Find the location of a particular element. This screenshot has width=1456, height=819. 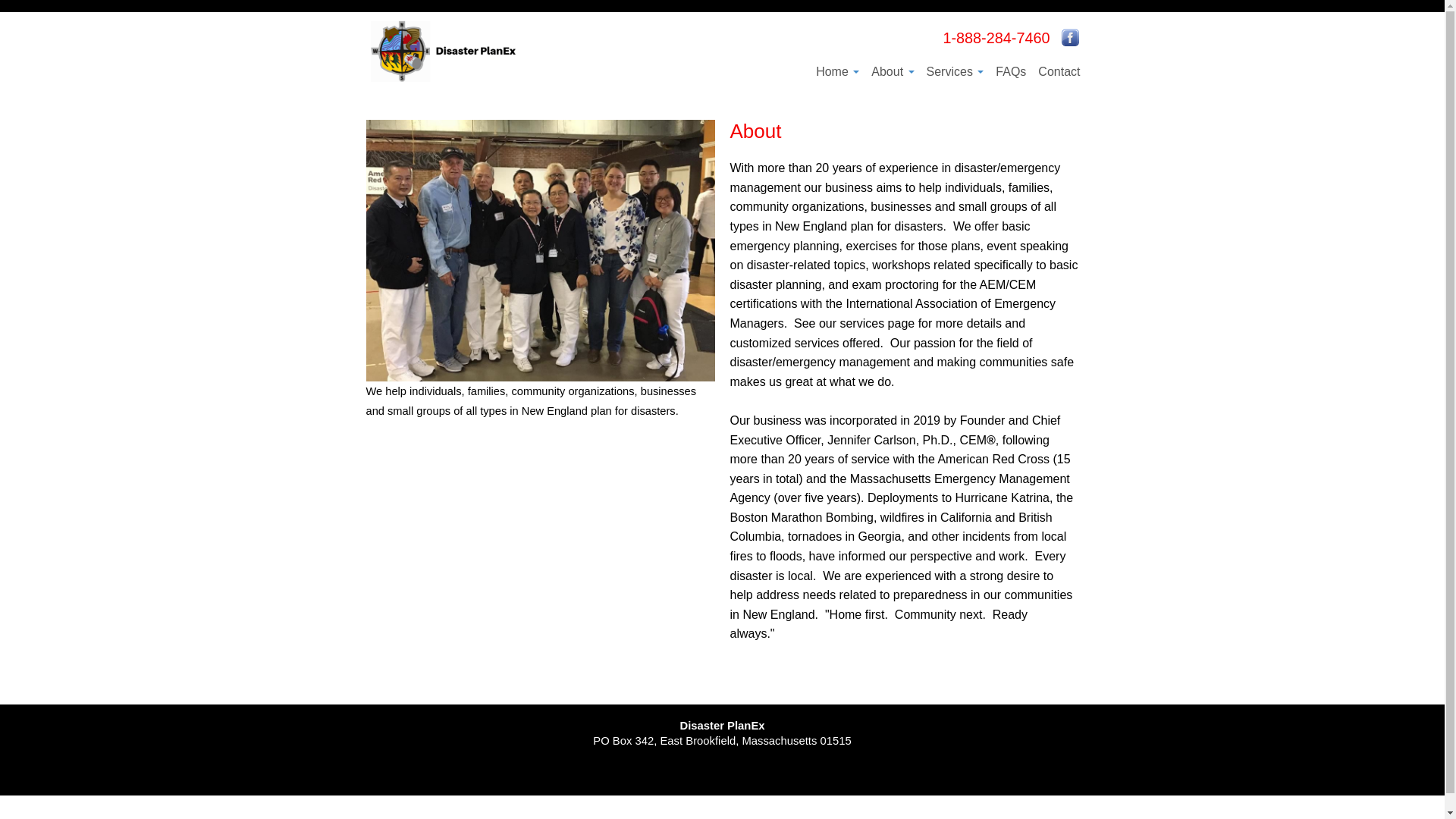

'Home' is located at coordinates (836, 71).